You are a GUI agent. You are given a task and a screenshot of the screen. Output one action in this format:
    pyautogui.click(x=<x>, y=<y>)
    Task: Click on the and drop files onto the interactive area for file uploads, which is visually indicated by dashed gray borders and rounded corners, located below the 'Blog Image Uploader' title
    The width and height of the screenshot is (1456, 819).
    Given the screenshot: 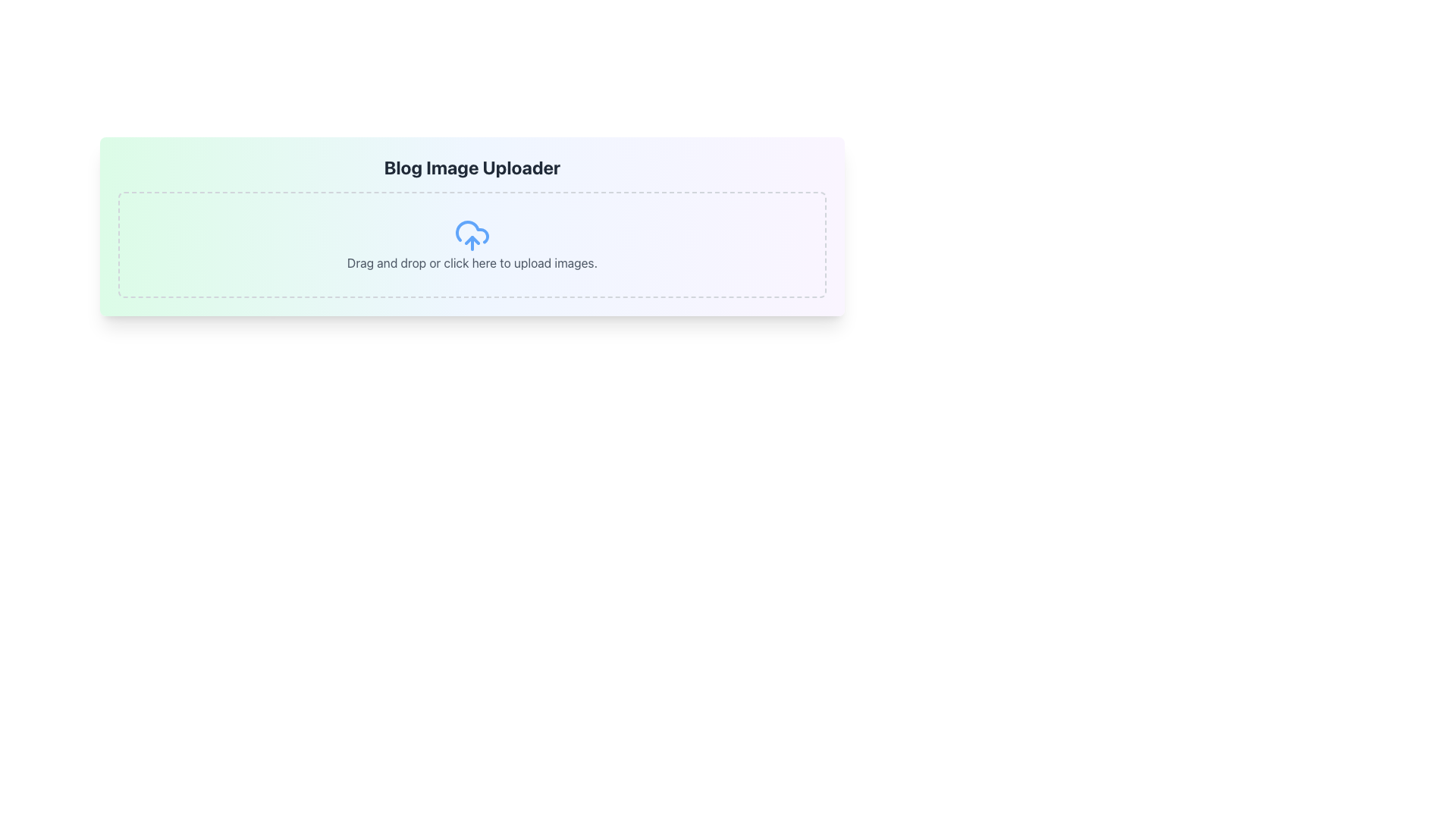 What is the action you would take?
    pyautogui.click(x=472, y=244)
    